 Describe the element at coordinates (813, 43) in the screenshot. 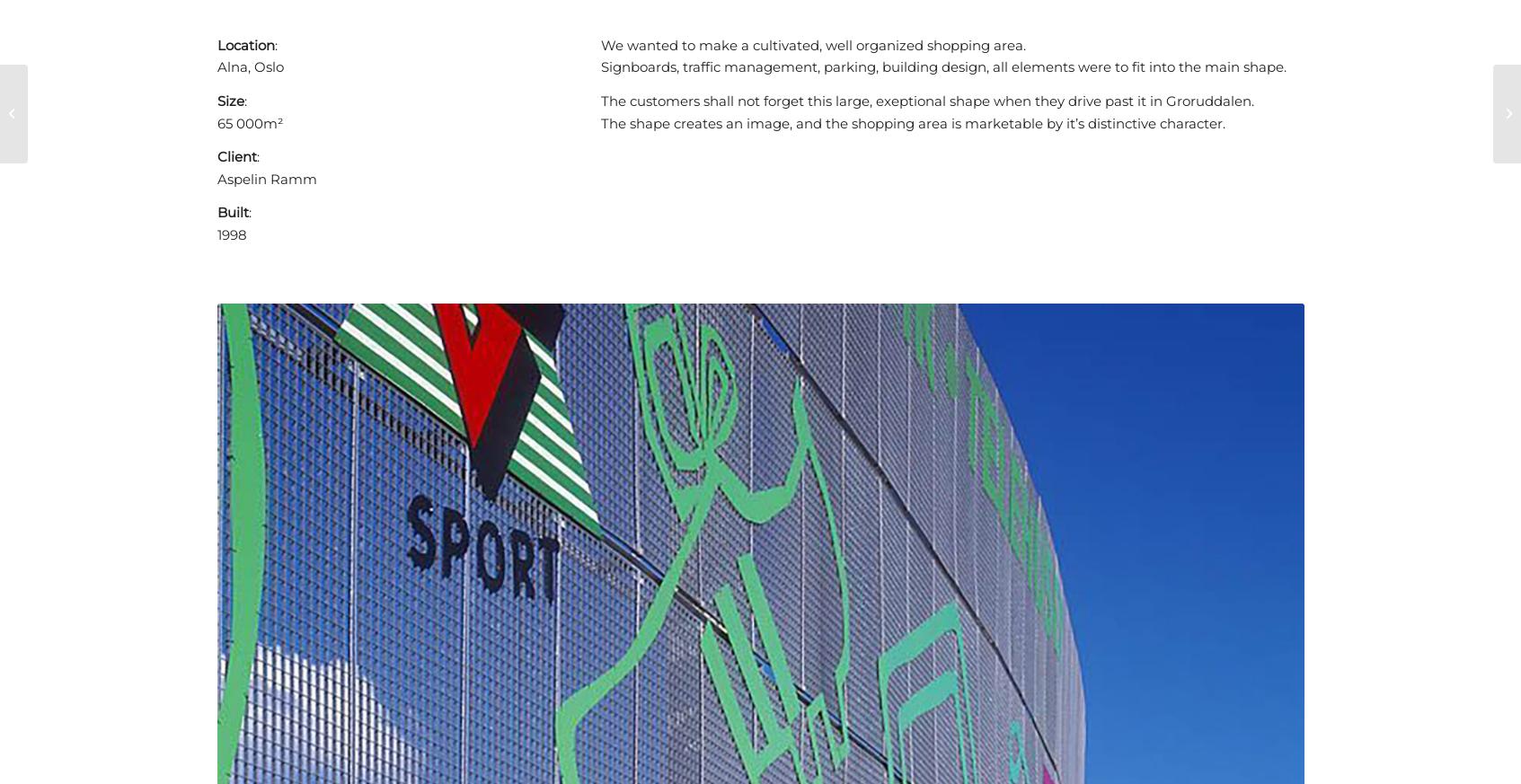

I see `'We wanted to make a cultivated, well organized shopping area.'` at that location.